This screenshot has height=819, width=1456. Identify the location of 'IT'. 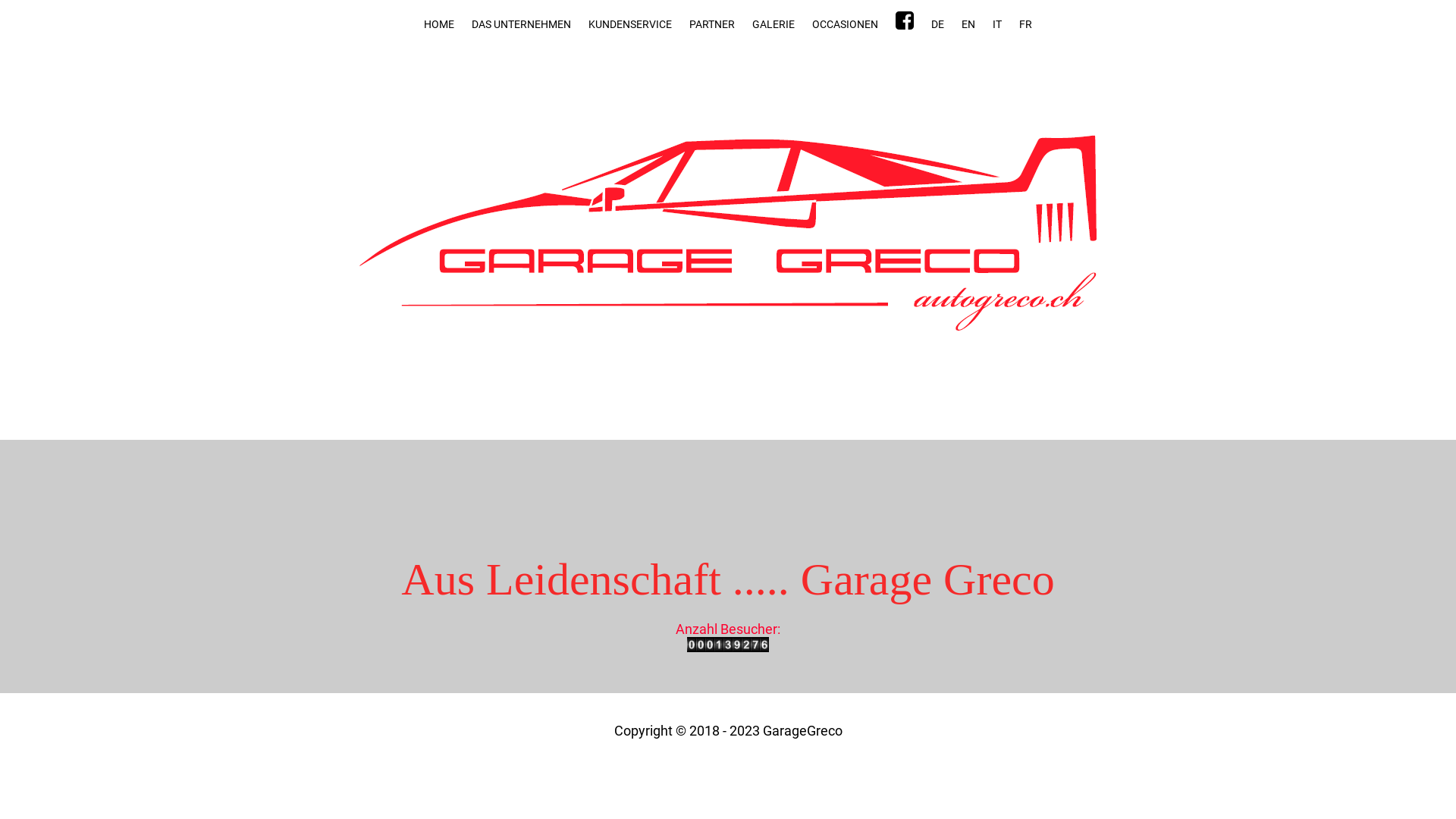
(997, 24).